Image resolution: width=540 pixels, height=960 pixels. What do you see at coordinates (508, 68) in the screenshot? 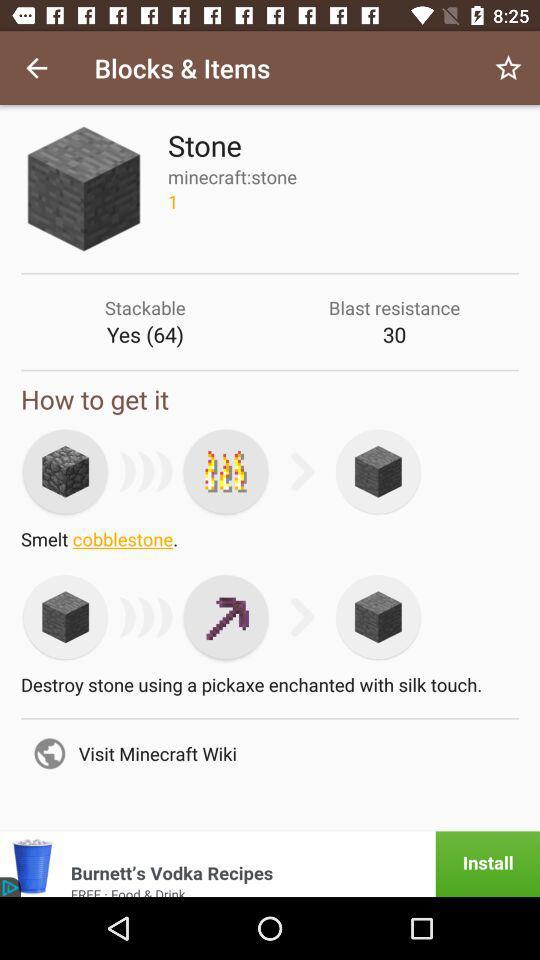
I see `item to the right of the blocks & items` at bounding box center [508, 68].